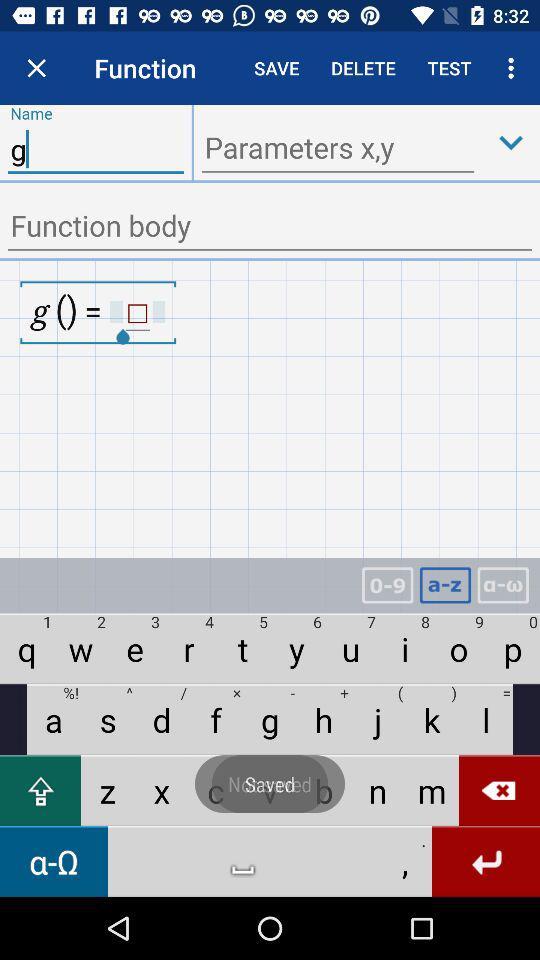 This screenshot has height=960, width=540. I want to click on function body, so click(270, 227).